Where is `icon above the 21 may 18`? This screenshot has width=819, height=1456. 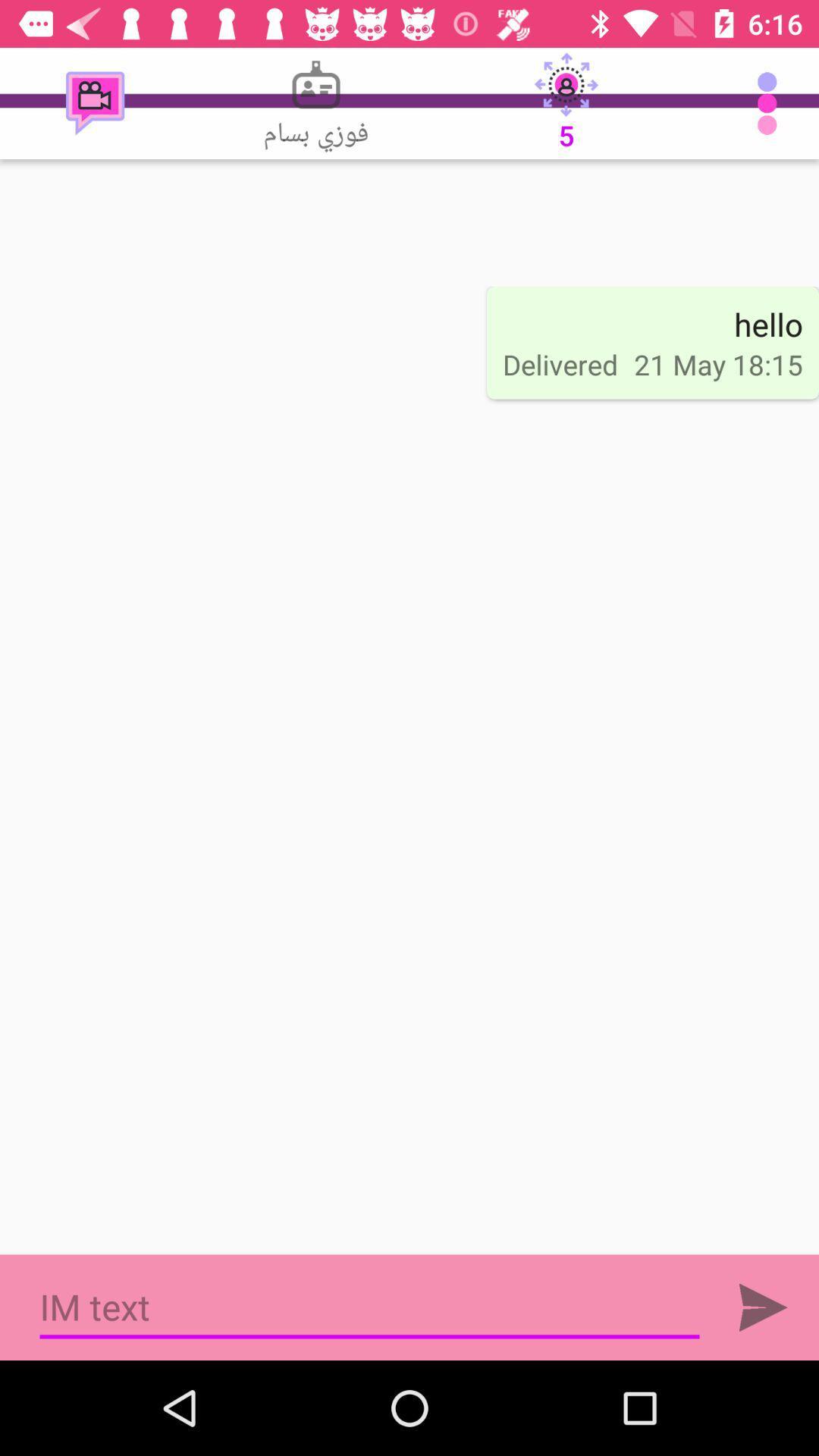 icon above the 21 may 18 is located at coordinates (768, 323).